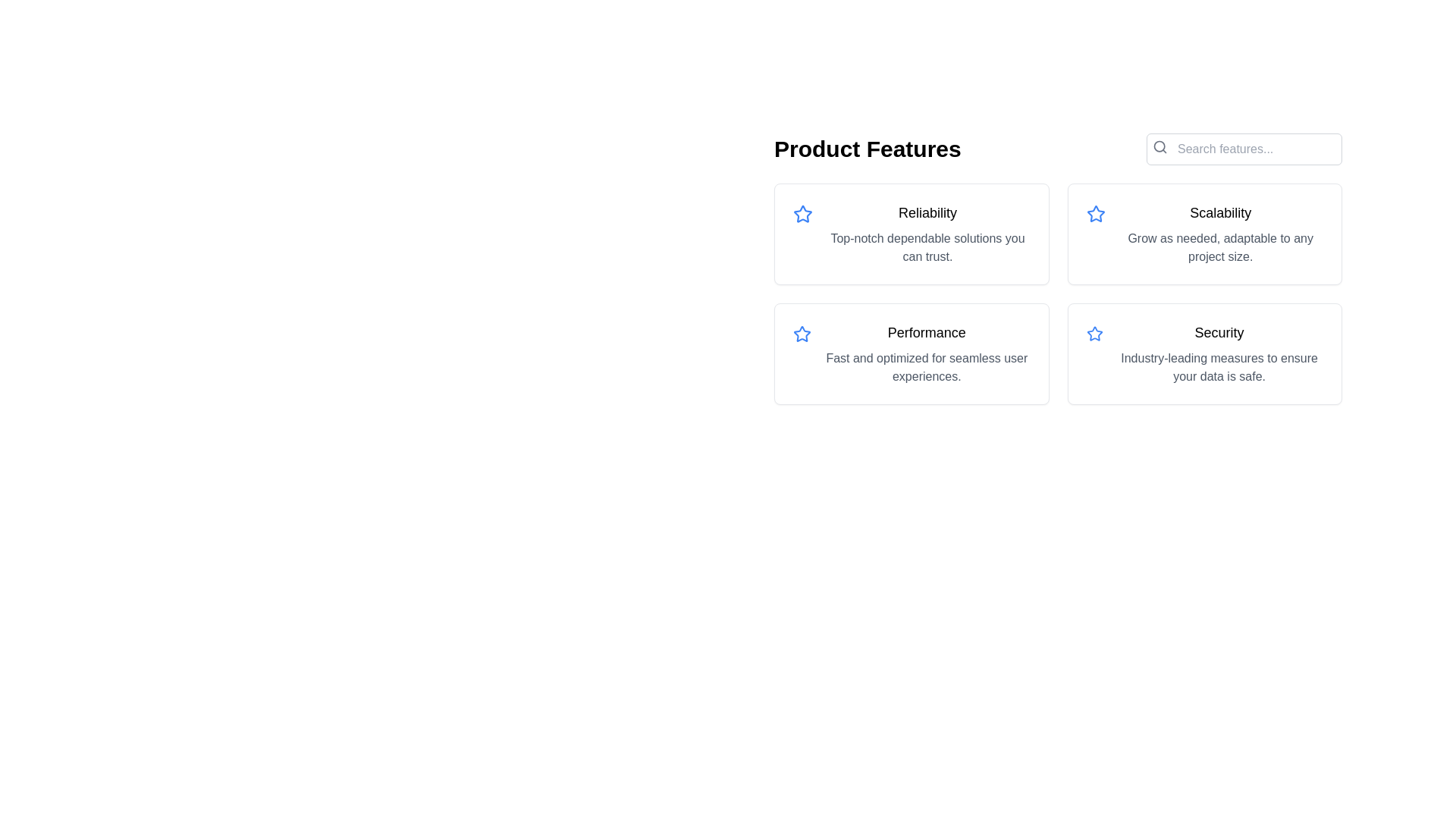 This screenshot has width=1456, height=819. Describe the element at coordinates (1096, 214) in the screenshot. I see `the quality rating icon located in the top-right quadrant of the grid, directly above the 'Scalability' label` at that location.